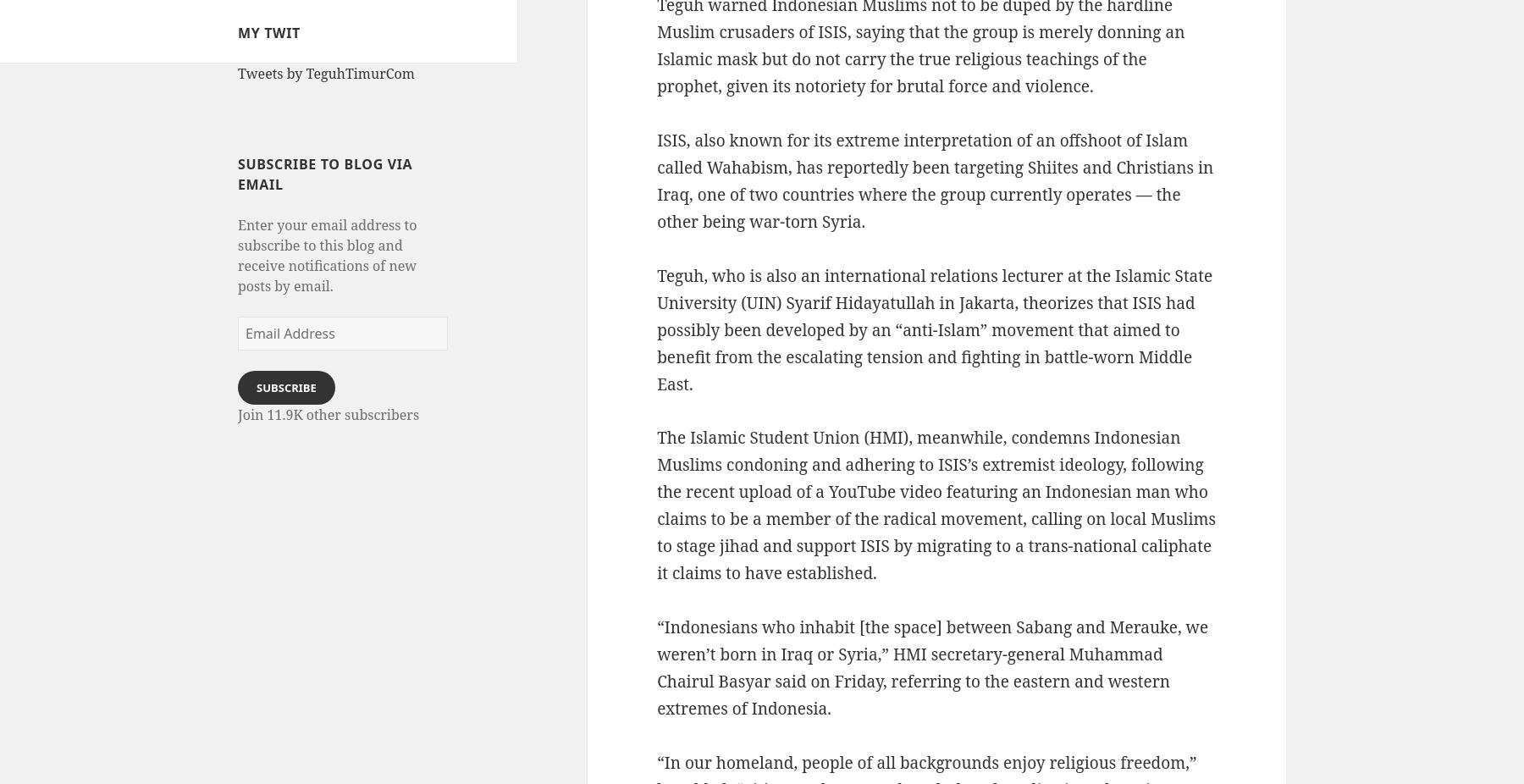 The image size is (1524, 784). What do you see at coordinates (935, 179) in the screenshot?
I see `'ISIS, also known for its extreme interpretation of an offshoot of Islam called Wahabism, has reportedly been targeting Shiites and Christians in Iraq, one of two countries where the group currently operates — the other being war-torn Syria.'` at bounding box center [935, 179].